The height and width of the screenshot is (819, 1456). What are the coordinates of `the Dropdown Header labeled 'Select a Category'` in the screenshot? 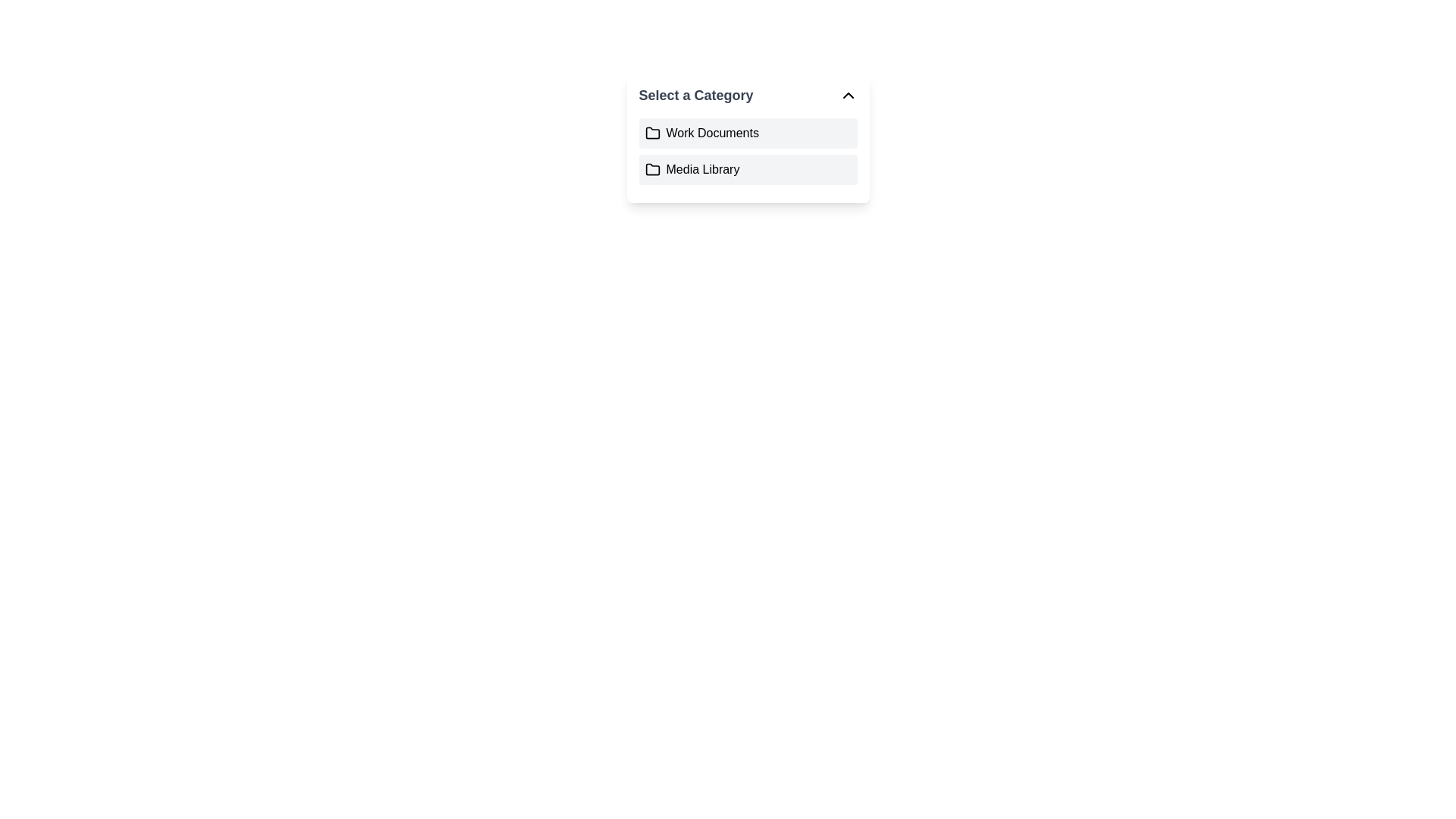 It's located at (748, 96).